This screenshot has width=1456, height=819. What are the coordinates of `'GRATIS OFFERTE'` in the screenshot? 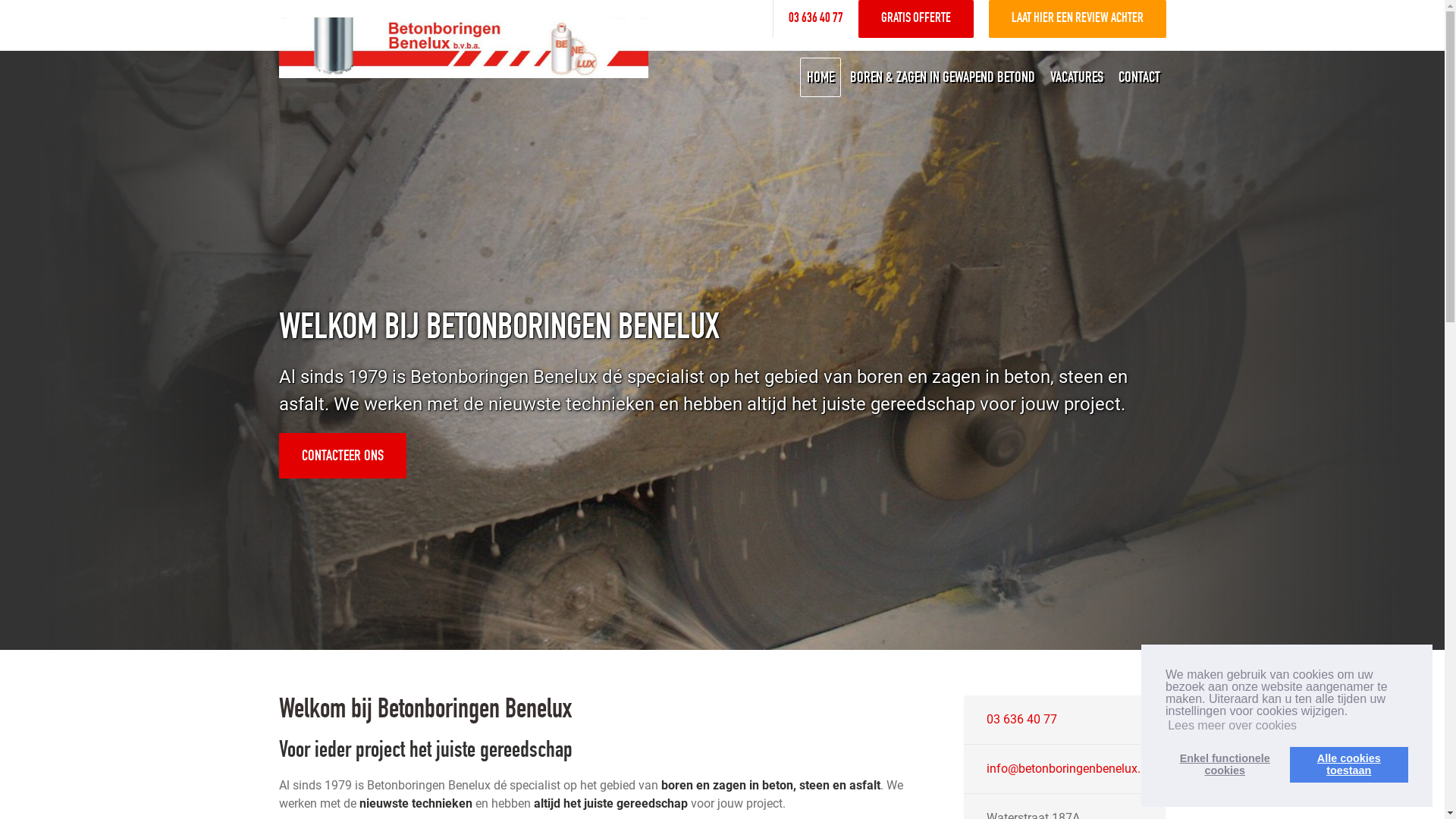 It's located at (858, 18).